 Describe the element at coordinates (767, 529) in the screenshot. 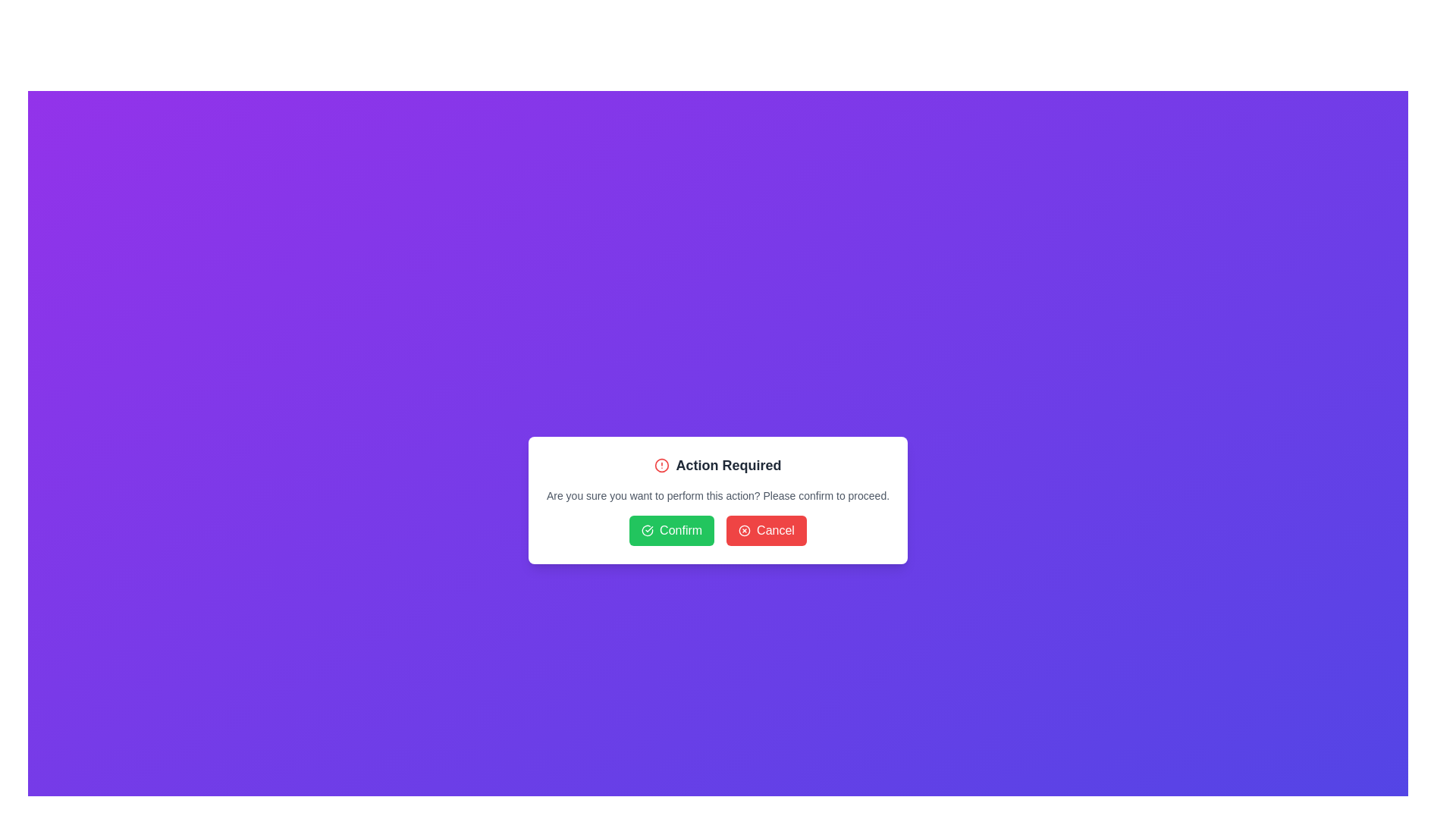

I see `the red 'Cancel' button with white text and an 'x' icon located on the right side of the green 'Confirm' button in the dialog box` at that location.